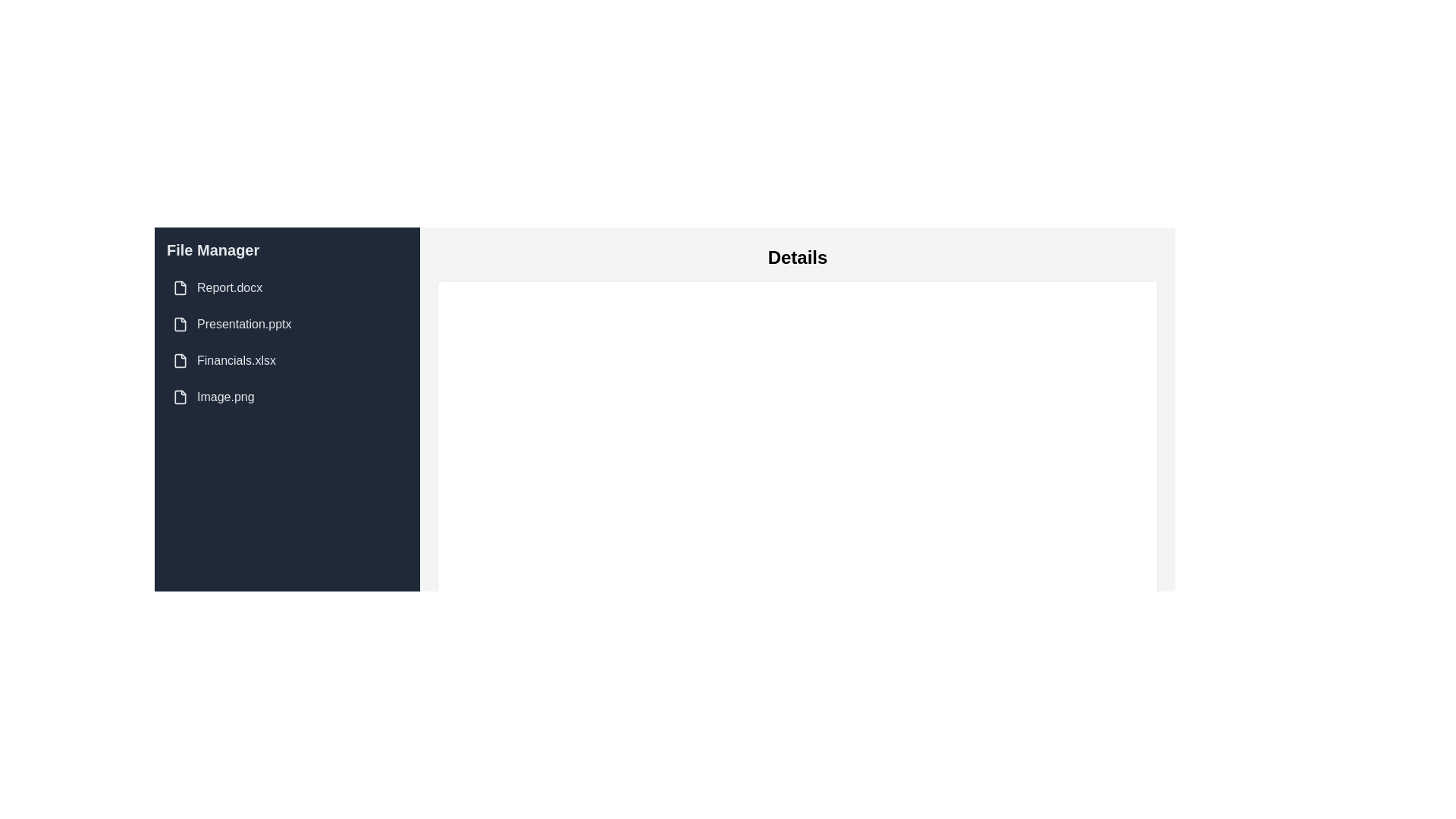  What do you see at coordinates (180, 324) in the screenshot?
I see `the file icon in the third row of the 'File Manager' section, which identifies the text 'Presentation.pptx'` at bounding box center [180, 324].